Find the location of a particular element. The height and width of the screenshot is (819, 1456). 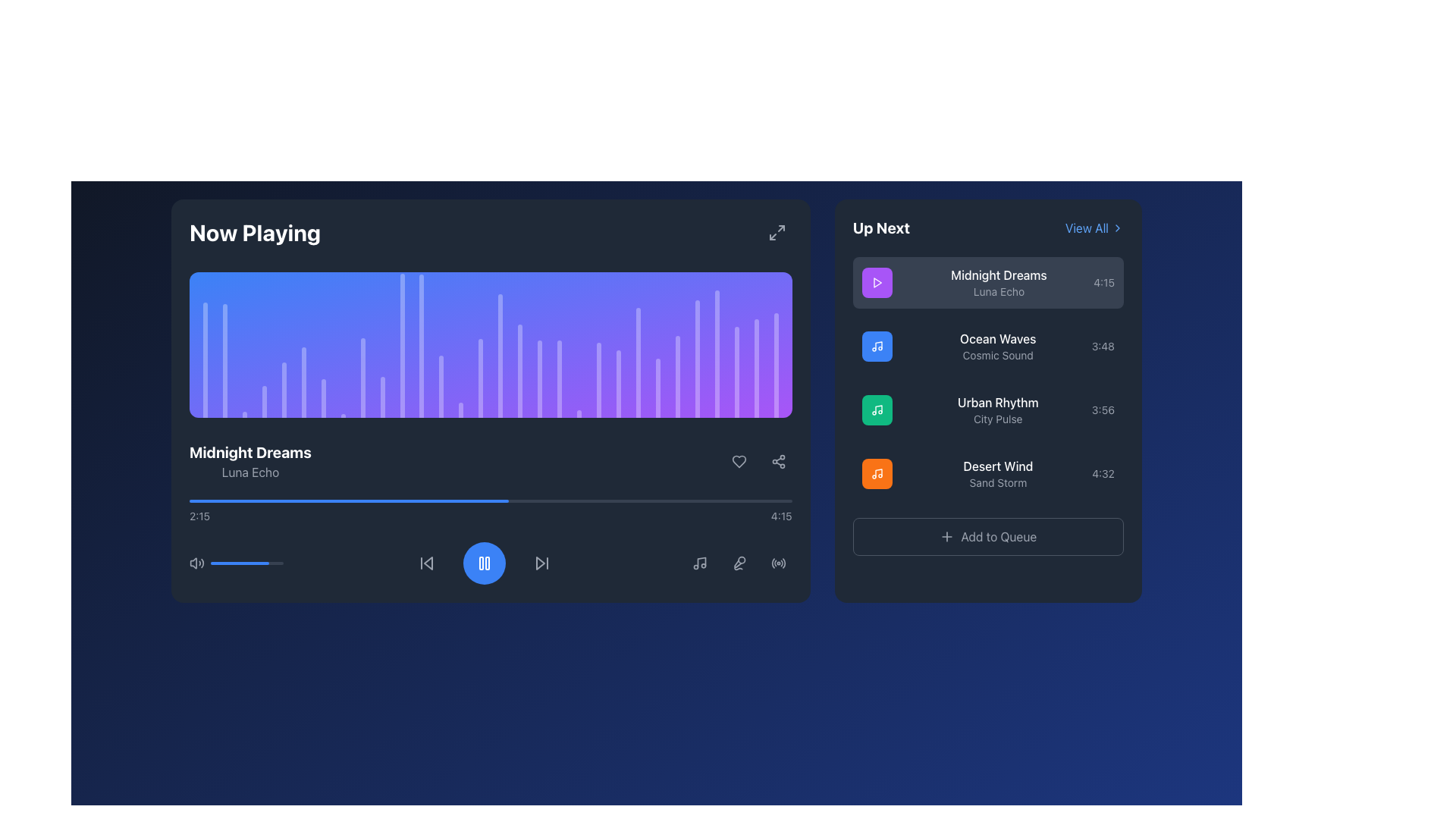

the subtitle text label located in the 'Up Next' section, specifically below the 'Urban Rhythm' title, which is identifiable by its gray color is located at coordinates (998, 419).